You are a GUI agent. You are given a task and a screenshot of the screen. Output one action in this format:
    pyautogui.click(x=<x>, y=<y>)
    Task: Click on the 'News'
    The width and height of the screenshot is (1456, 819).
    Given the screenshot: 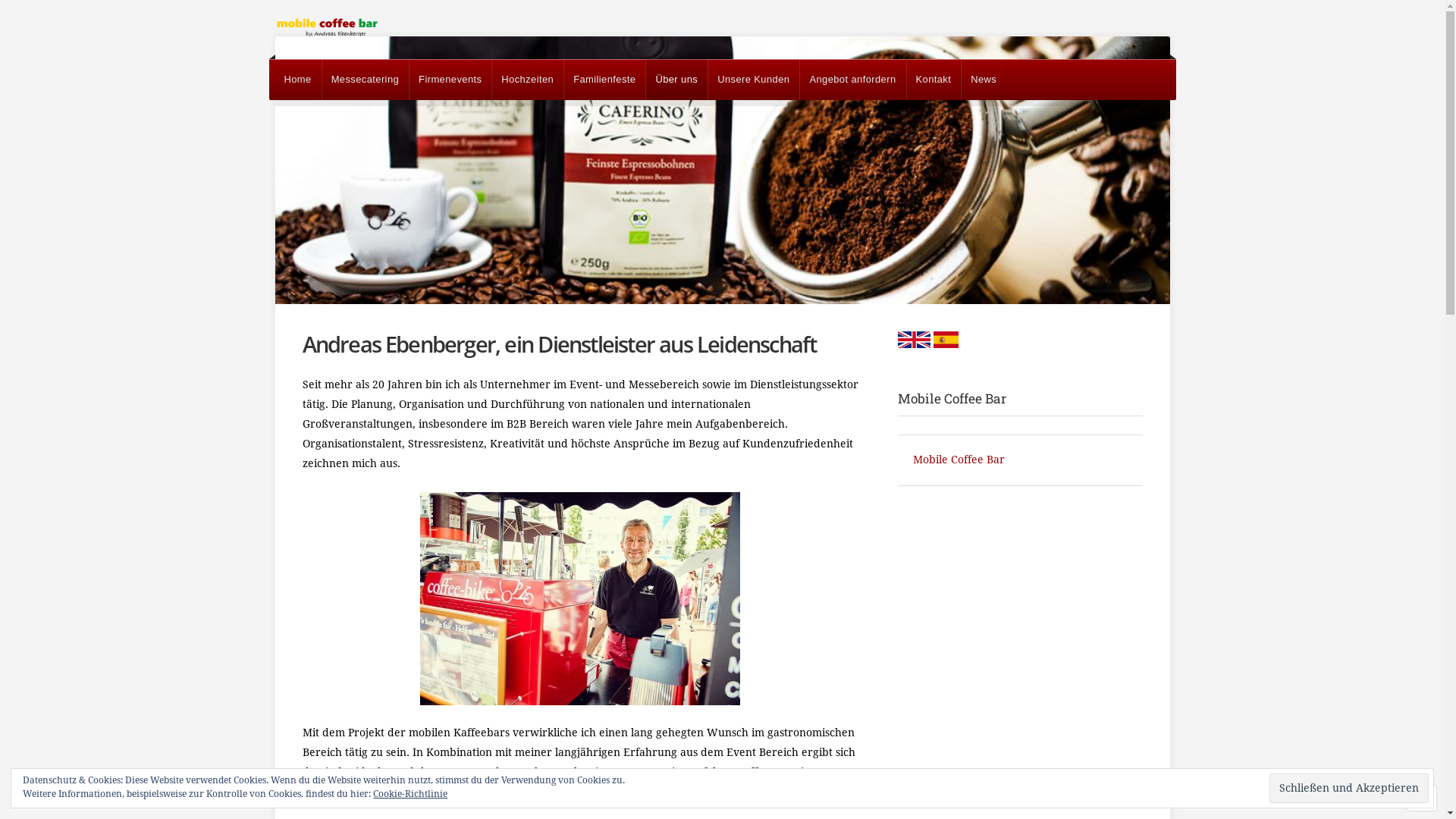 What is the action you would take?
    pyautogui.click(x=983, y=79)
    